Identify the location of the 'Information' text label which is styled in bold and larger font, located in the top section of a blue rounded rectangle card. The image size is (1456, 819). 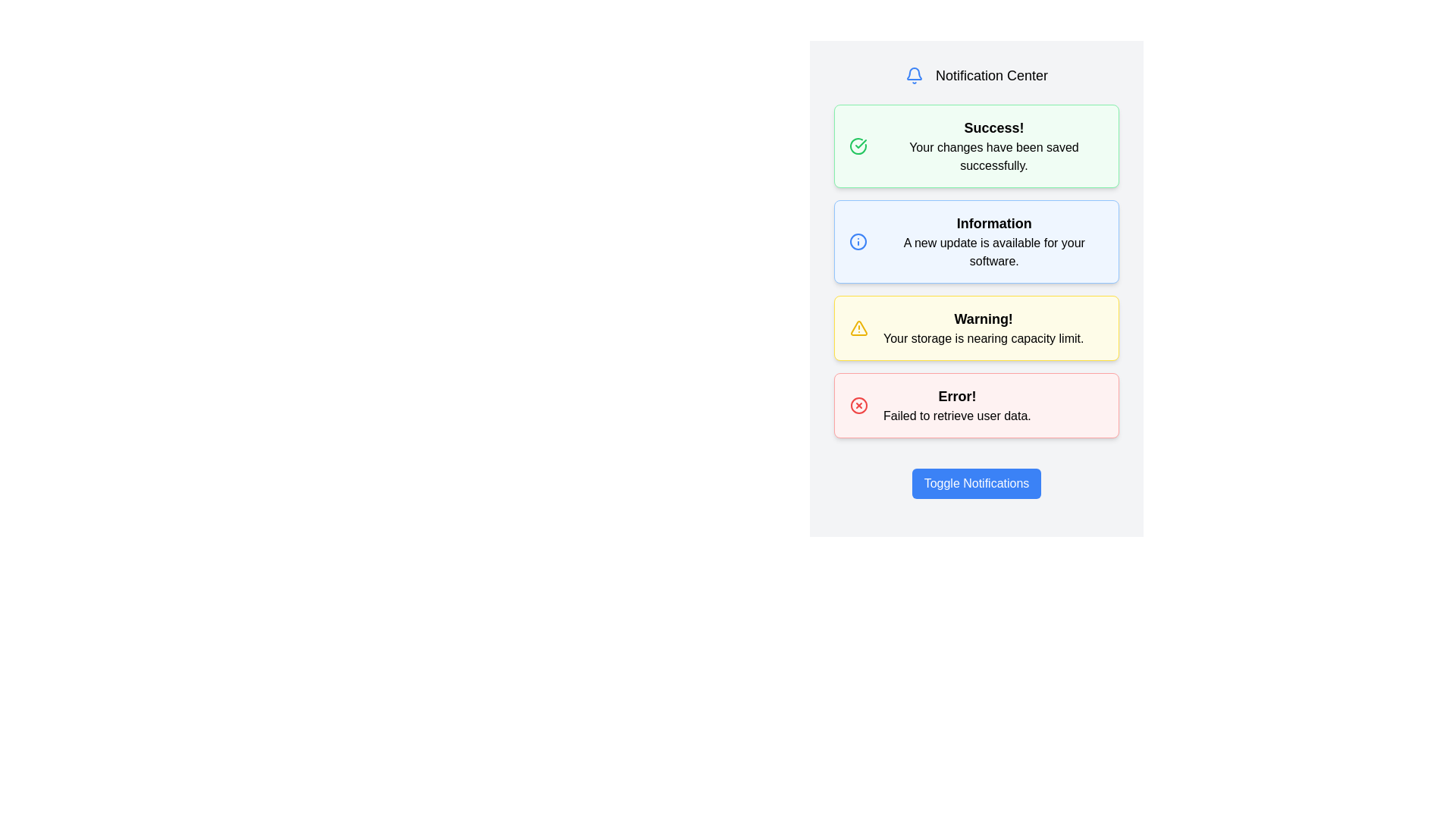
(994, 223).